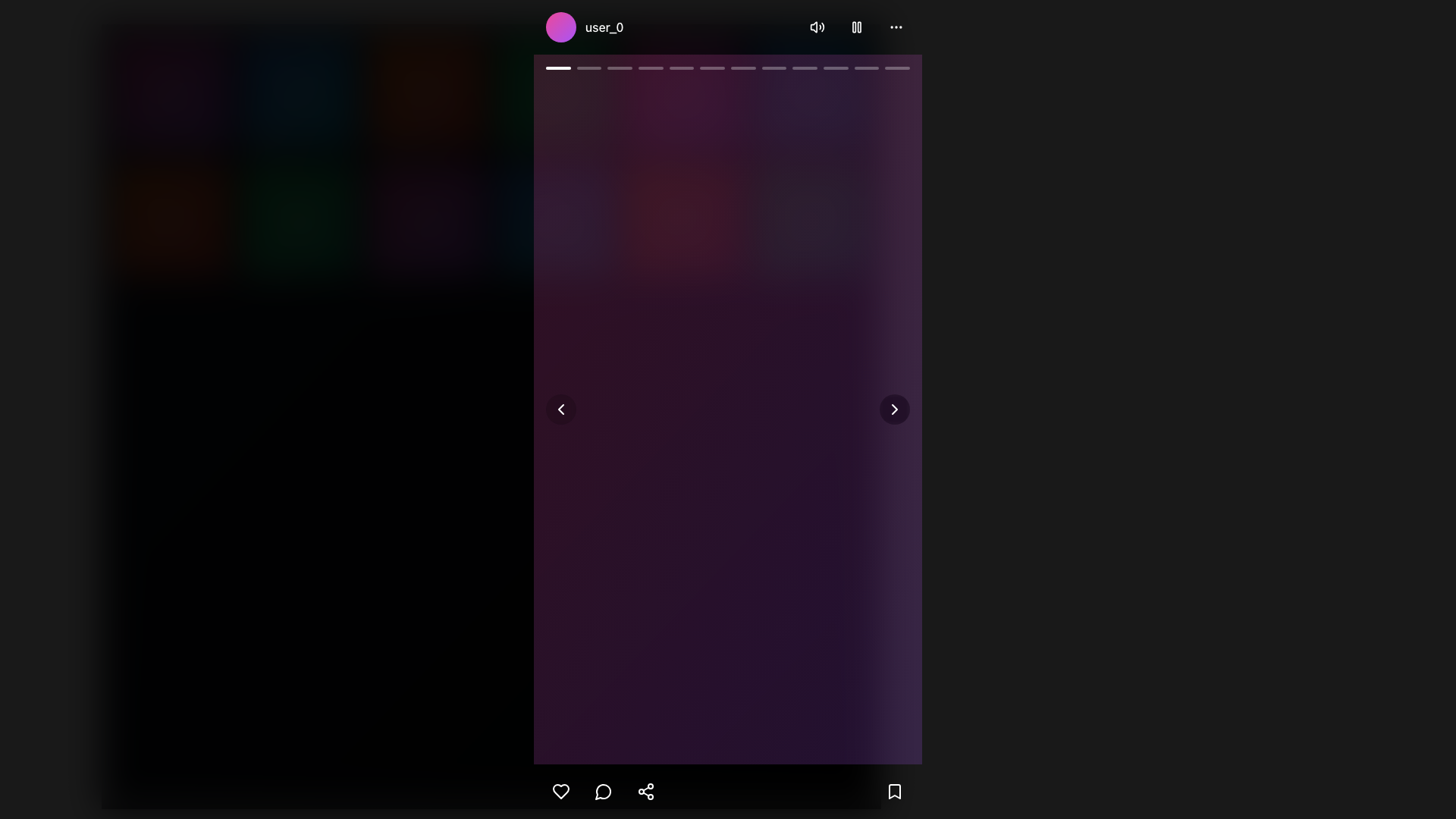 Image resolution: width=1456 pixels, height=819 pixels. Describe the element at coordinates (711, 67) in the screenshot. I see `the sixth progress indicator segment, a small horizontal bar with rounded edges, styled in a semi-transparent white color, located at the top of the layout` at that location.